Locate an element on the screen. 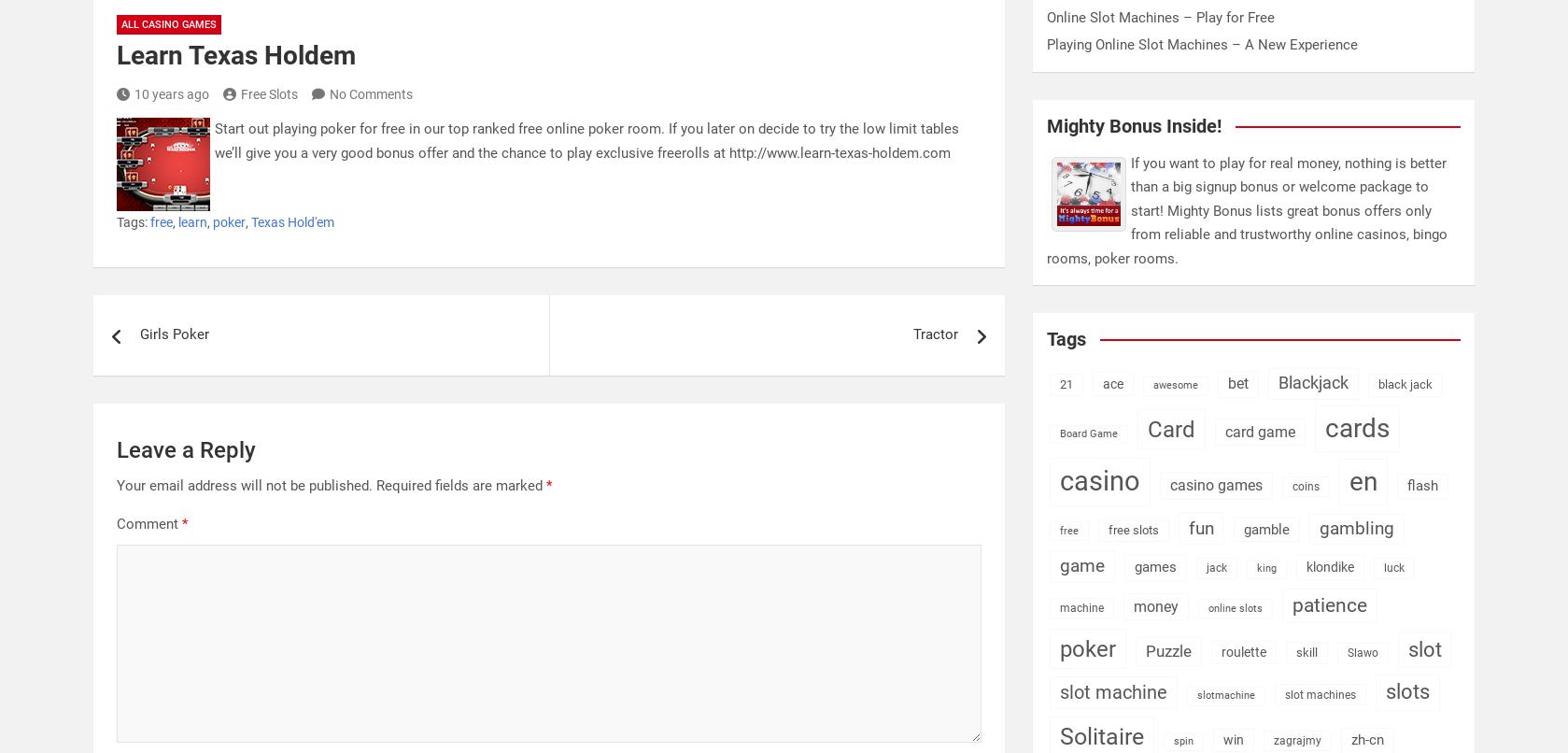  'slots' is located at coordinates (1406, 690).